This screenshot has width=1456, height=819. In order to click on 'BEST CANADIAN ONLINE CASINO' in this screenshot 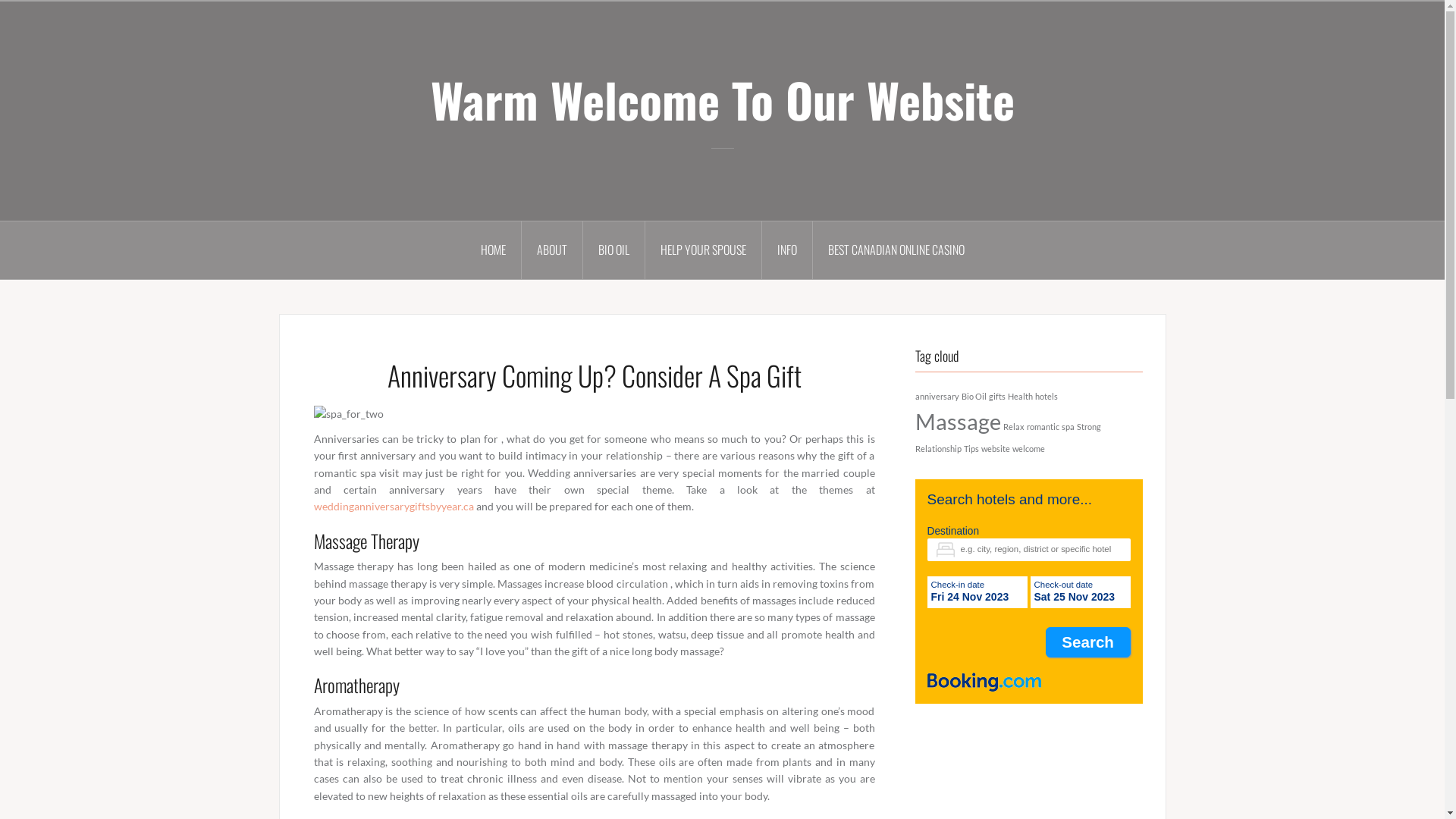, I will do `click(896, 249)`.